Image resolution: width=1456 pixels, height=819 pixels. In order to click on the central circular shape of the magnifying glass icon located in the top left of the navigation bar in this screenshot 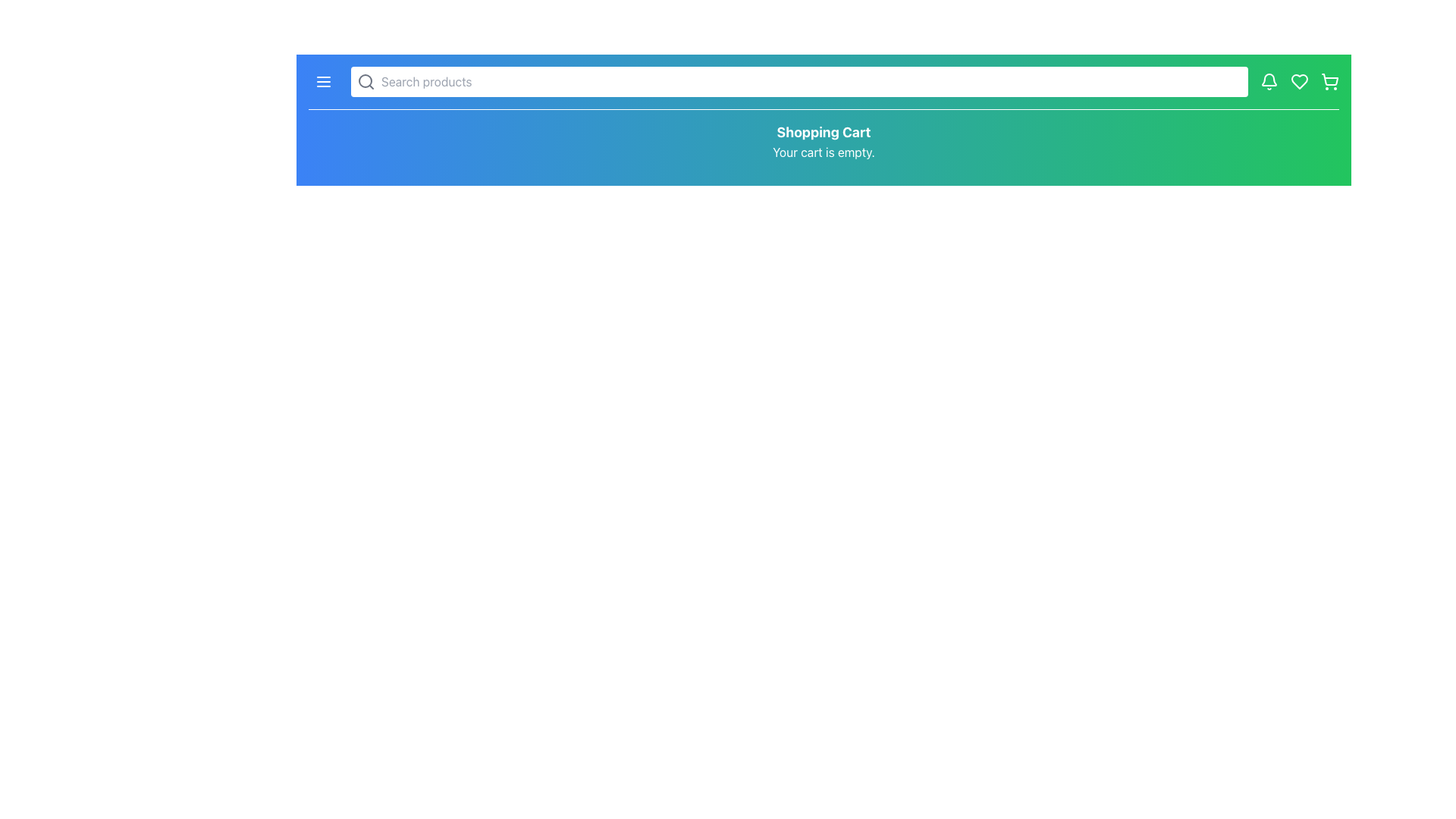, I will do `click(365, 81)`.